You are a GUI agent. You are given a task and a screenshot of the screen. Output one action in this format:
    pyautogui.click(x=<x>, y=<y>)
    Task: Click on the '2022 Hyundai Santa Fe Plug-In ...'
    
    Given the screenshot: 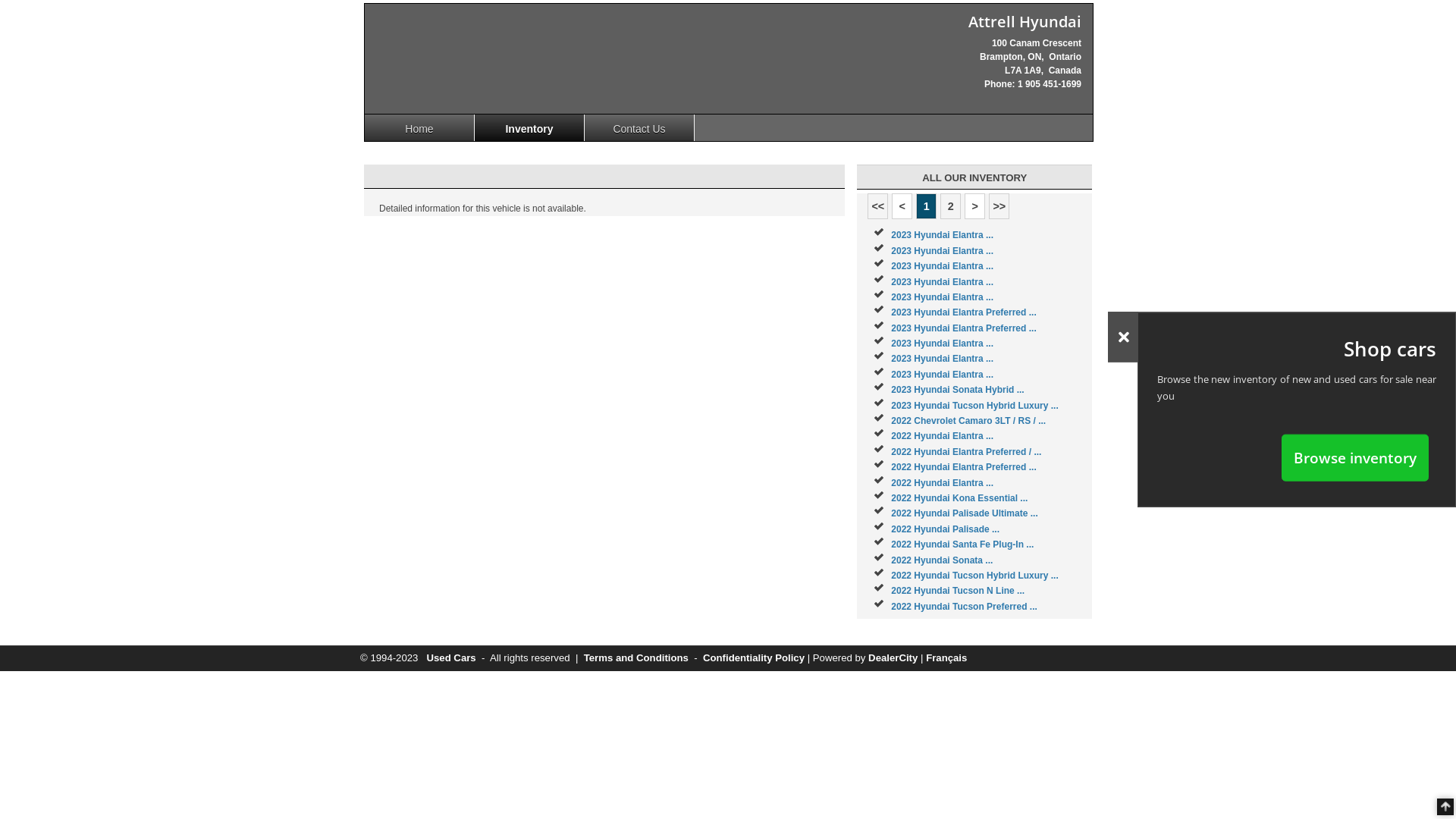 What is the action you would take?
    pyautogui.click(x=961, y=543)
    